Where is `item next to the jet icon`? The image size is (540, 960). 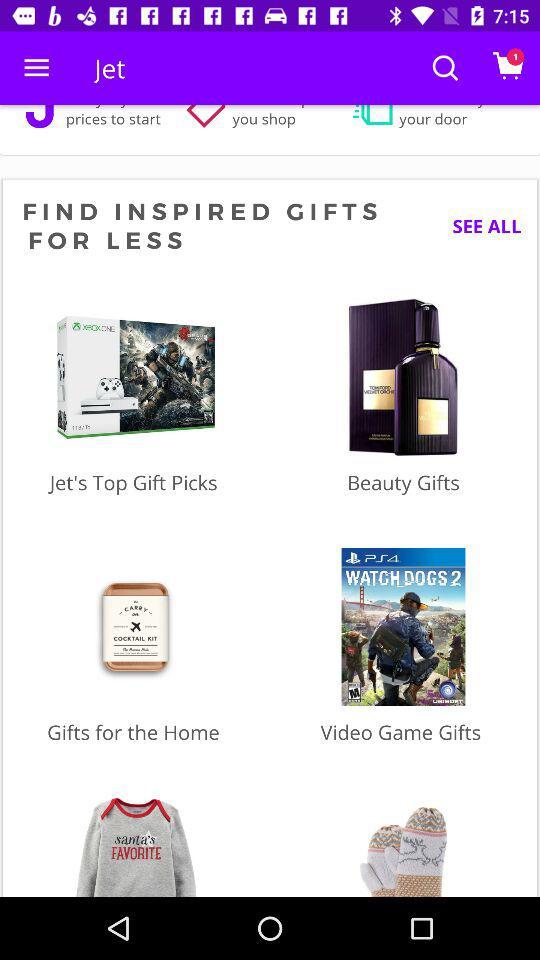 item next to the jet icon is located at coordinates (36, 68).